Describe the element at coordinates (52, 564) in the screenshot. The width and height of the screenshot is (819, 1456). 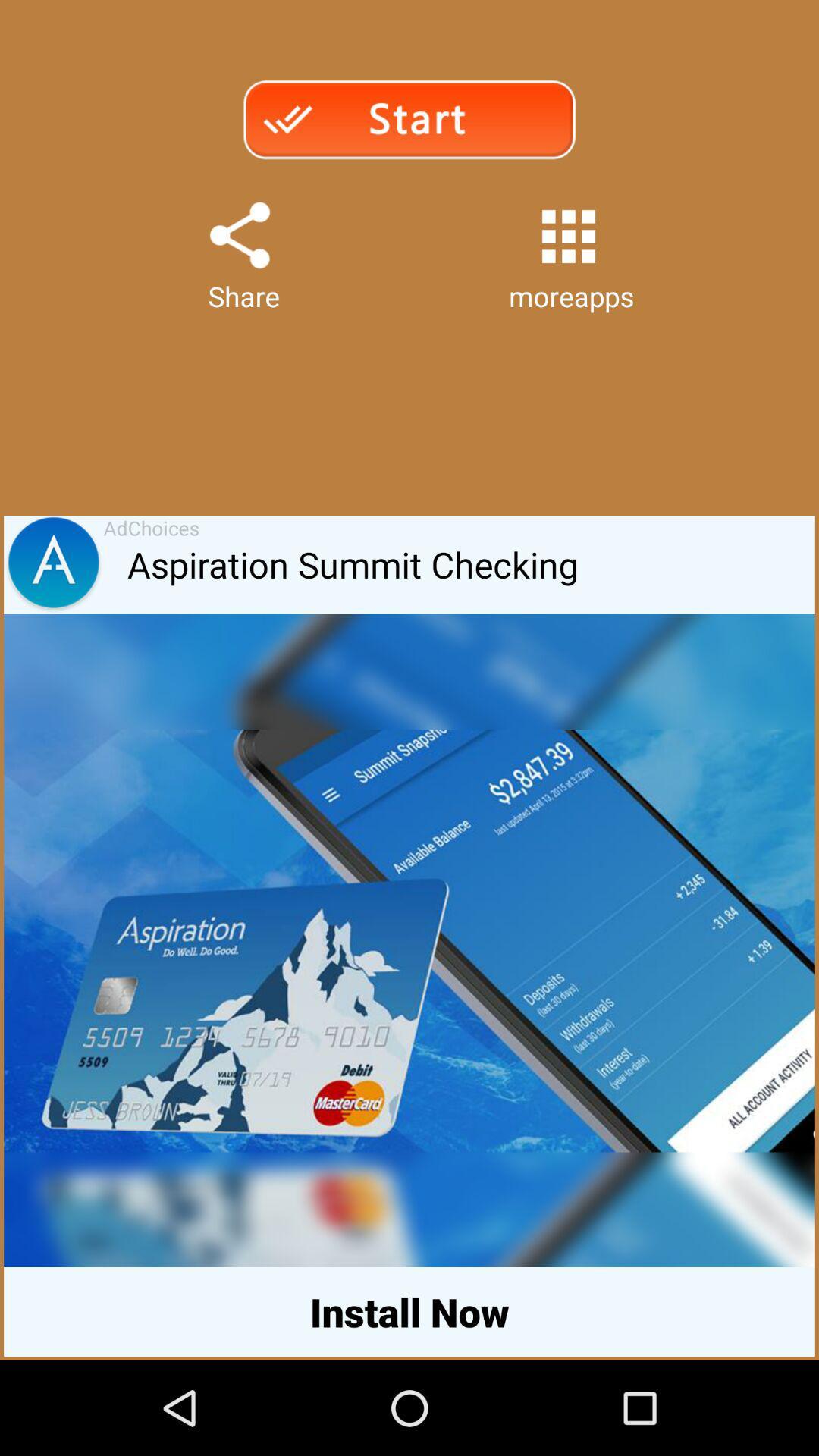
I see `the app to the left of adchoices` at that location.